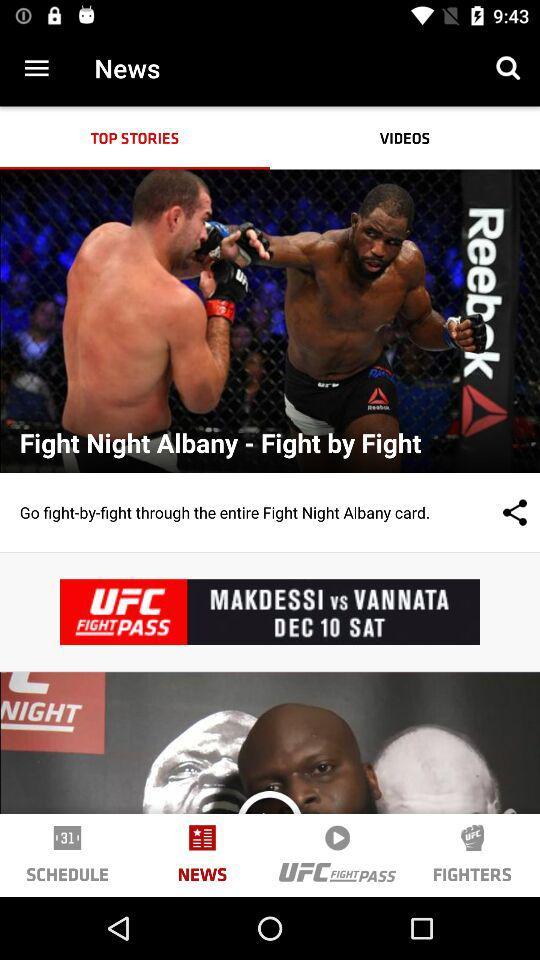  I want to click on icon to the right of news icon, so click(269, 824).